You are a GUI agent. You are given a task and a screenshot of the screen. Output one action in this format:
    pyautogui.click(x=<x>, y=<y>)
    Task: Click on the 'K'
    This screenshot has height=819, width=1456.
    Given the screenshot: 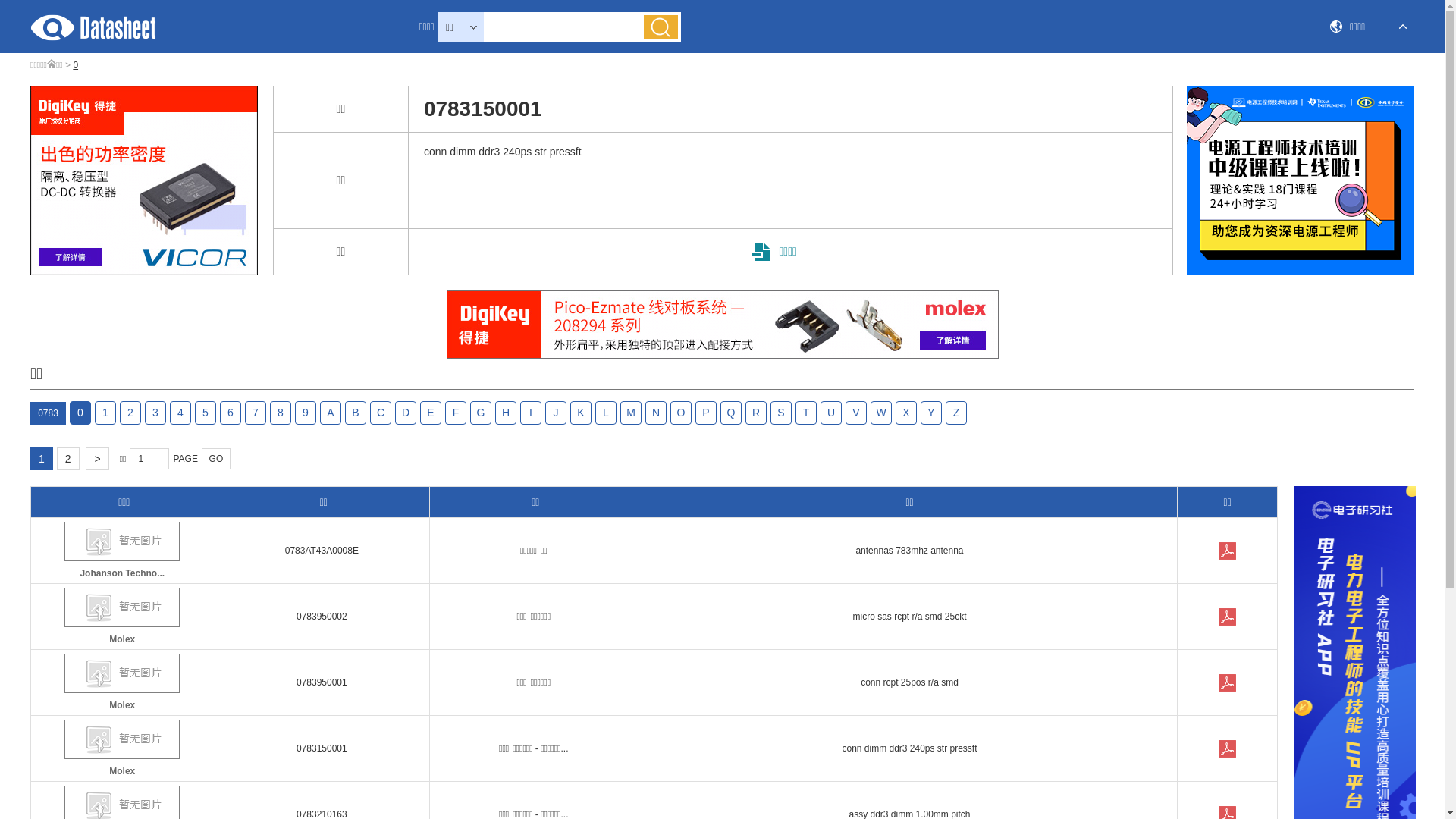 What is the action you would take?
    pyautogui.click(x=570, y=413)
    